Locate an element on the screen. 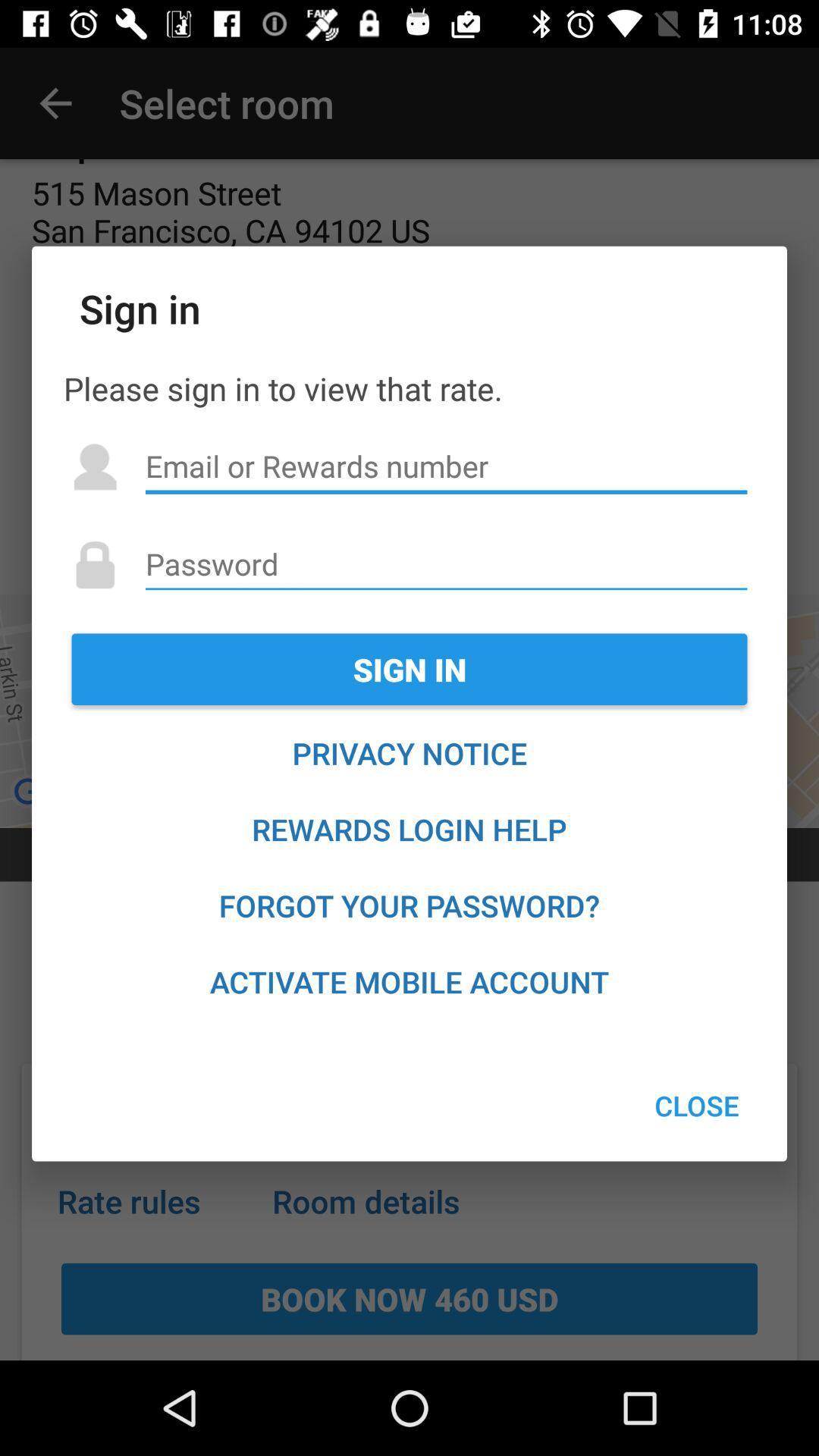 Image resolution: width=819 pixels, height=1456 pixels. icon below forgot your password? item is located at coordinates (409, 981).